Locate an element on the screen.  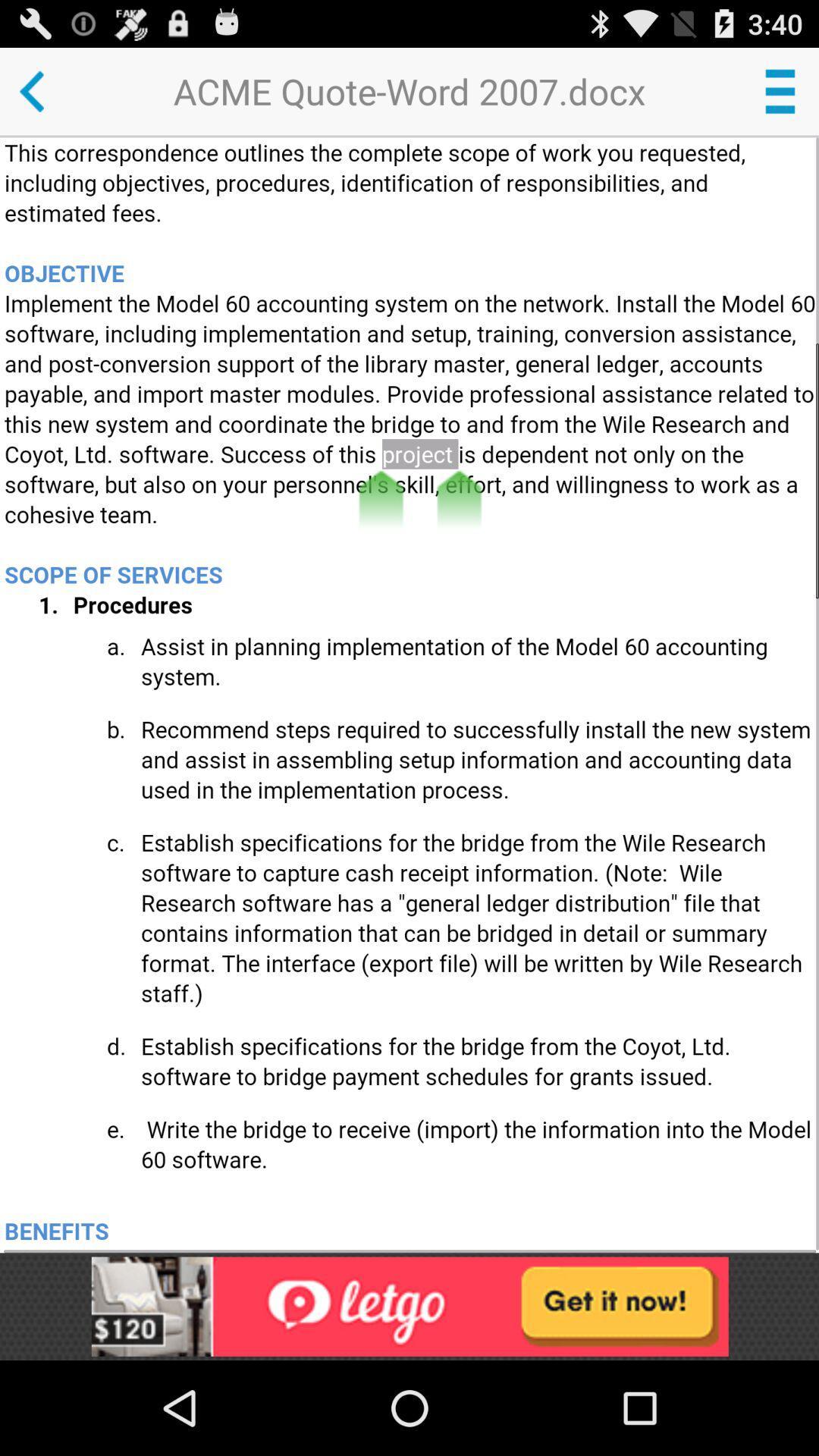
advertisement is located at coordinates (409, 1306).